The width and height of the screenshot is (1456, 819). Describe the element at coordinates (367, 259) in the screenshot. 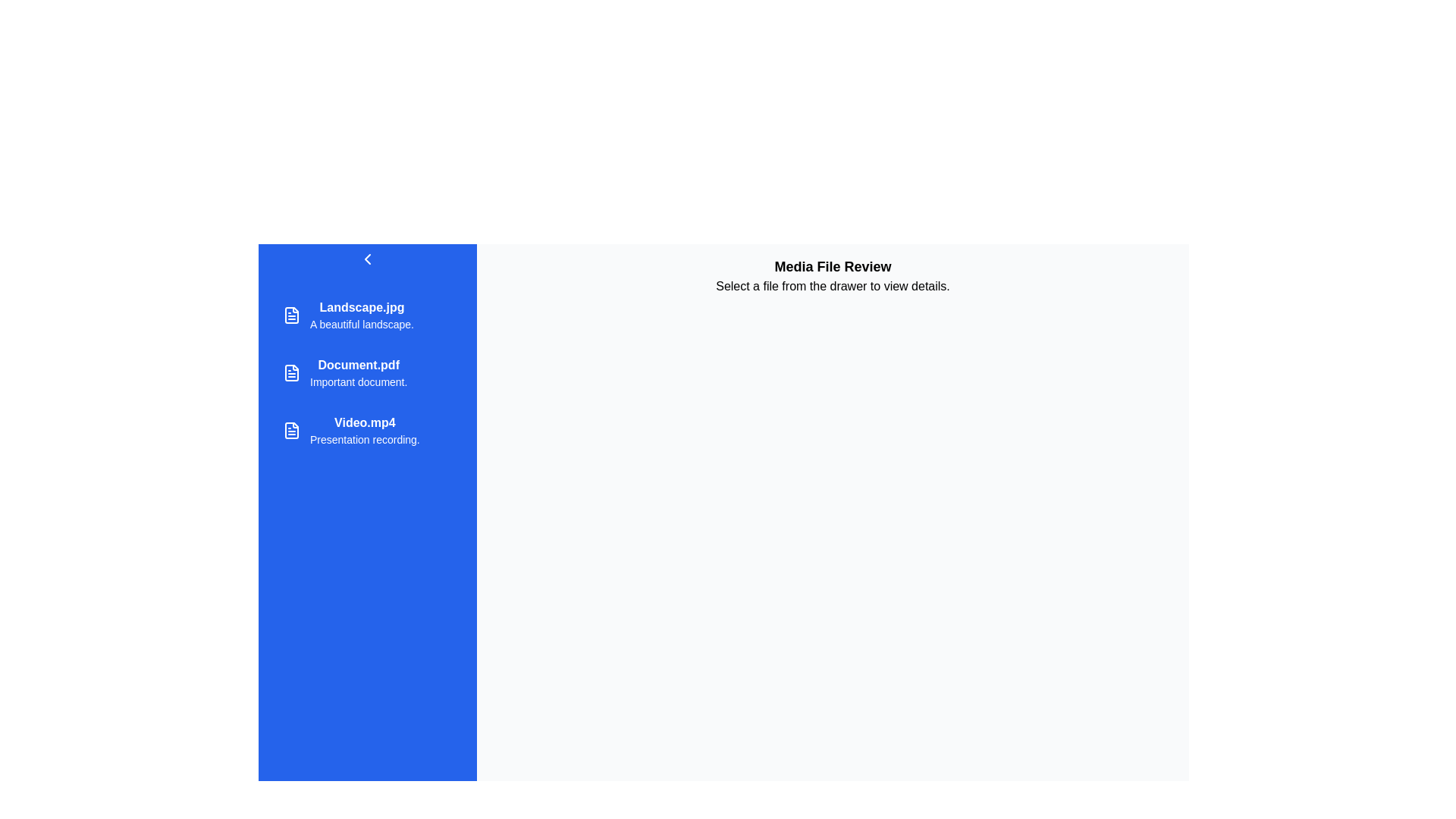

I see `the left-pointing chevron icon in the side navigation pane` at that location.